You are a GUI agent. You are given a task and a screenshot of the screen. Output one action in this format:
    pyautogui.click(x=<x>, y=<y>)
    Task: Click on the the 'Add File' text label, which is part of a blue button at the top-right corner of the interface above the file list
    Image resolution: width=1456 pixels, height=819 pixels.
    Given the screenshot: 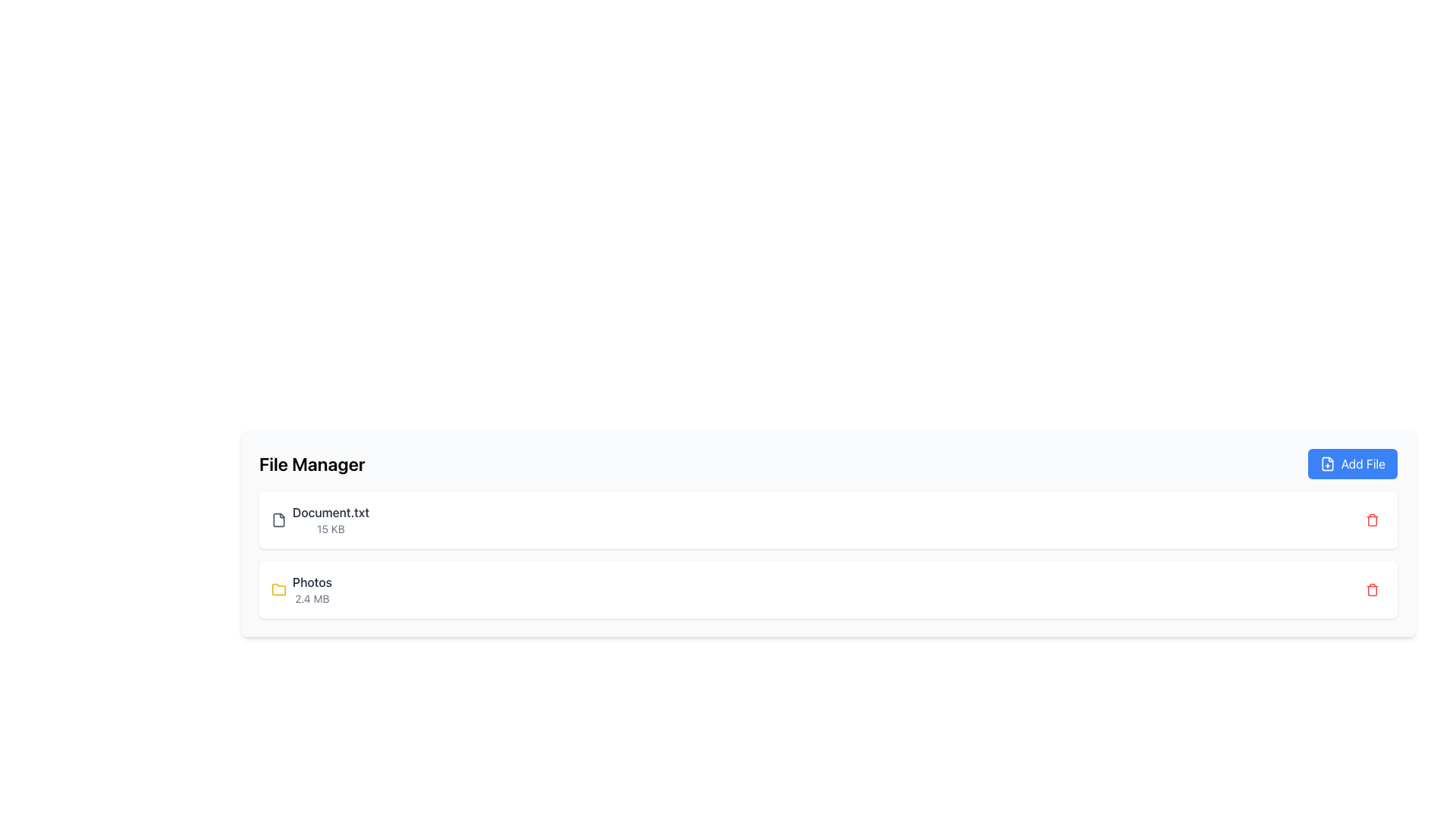 What is the action you would take?
    pyautogui.click(x=1363, y=463)
    